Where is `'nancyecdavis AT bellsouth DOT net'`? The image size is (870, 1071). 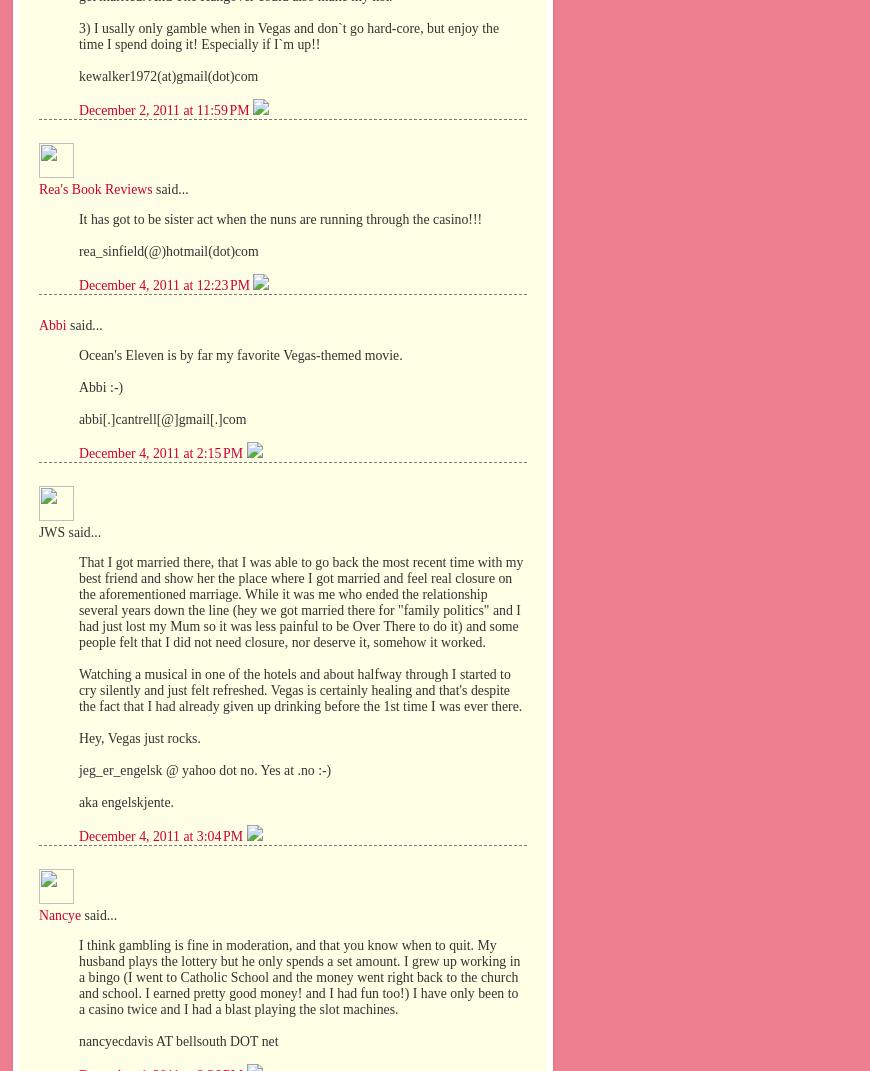
'nancyecdavis AT bellsouth DOT net' is located at coordinates (177, 1040).